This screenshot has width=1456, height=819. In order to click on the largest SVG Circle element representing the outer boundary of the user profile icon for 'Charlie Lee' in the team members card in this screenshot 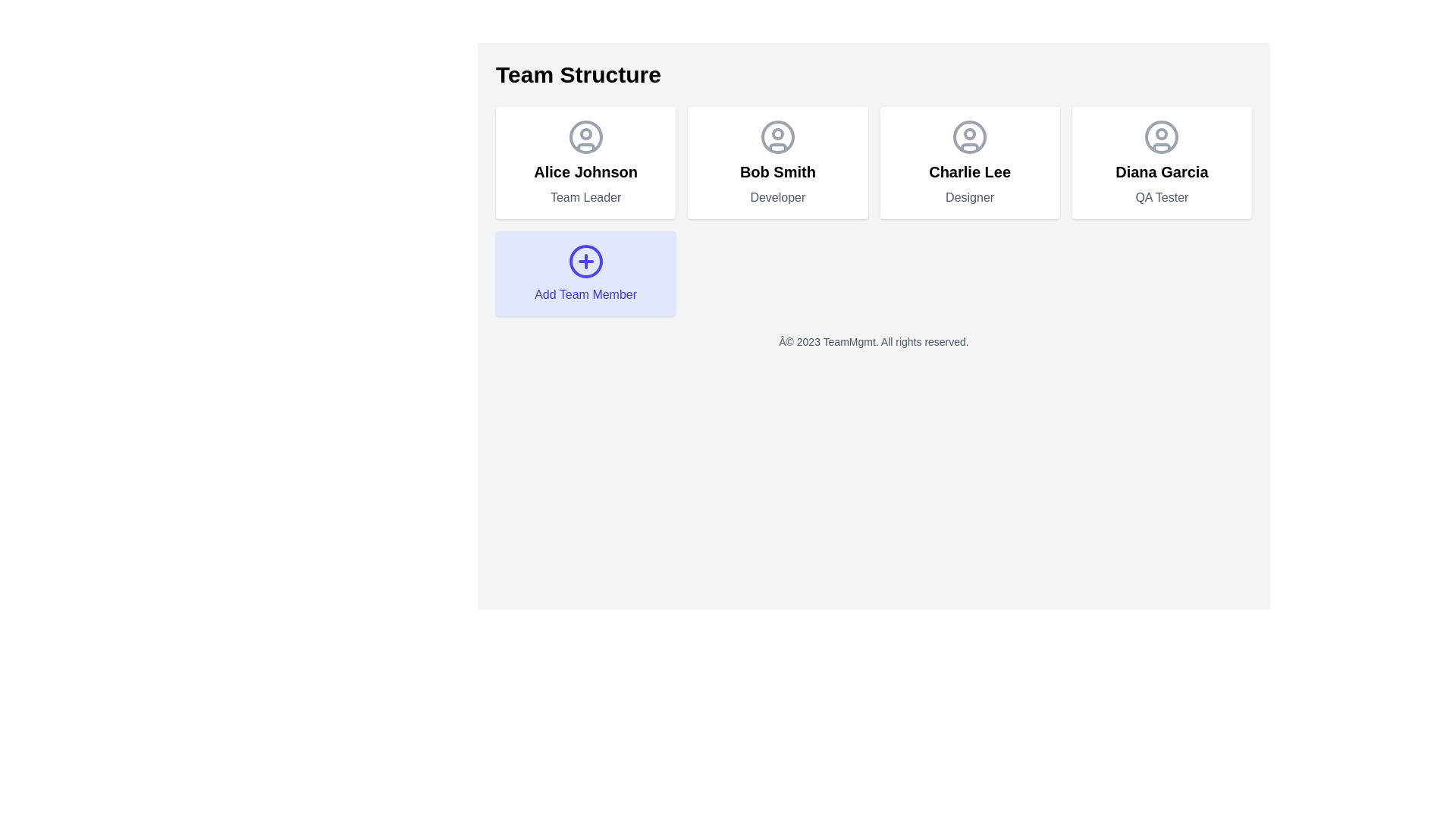, I will do `click(969, 137)`.